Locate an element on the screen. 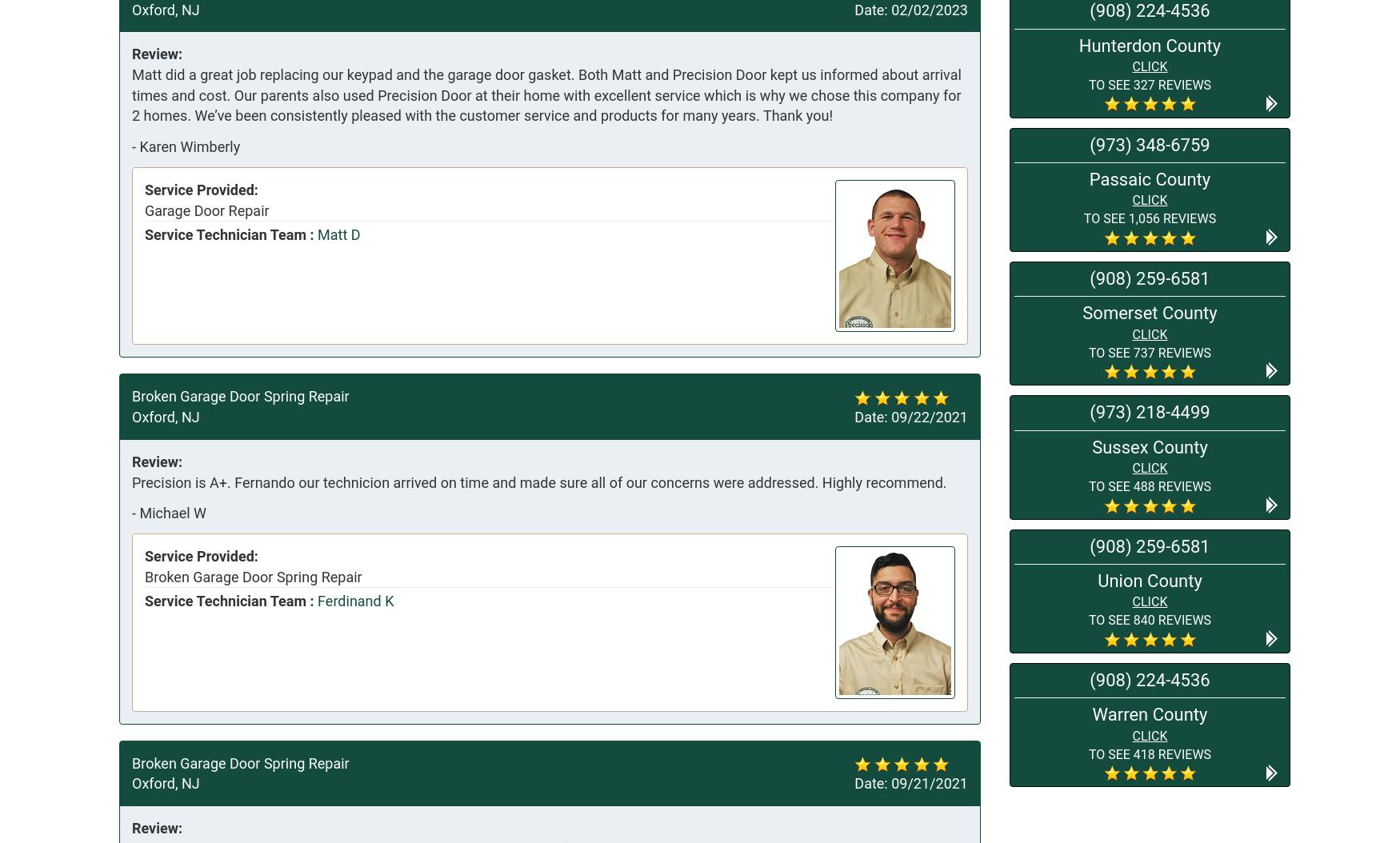  'to see 488 reviews' is located at coordinates (1087, 485).